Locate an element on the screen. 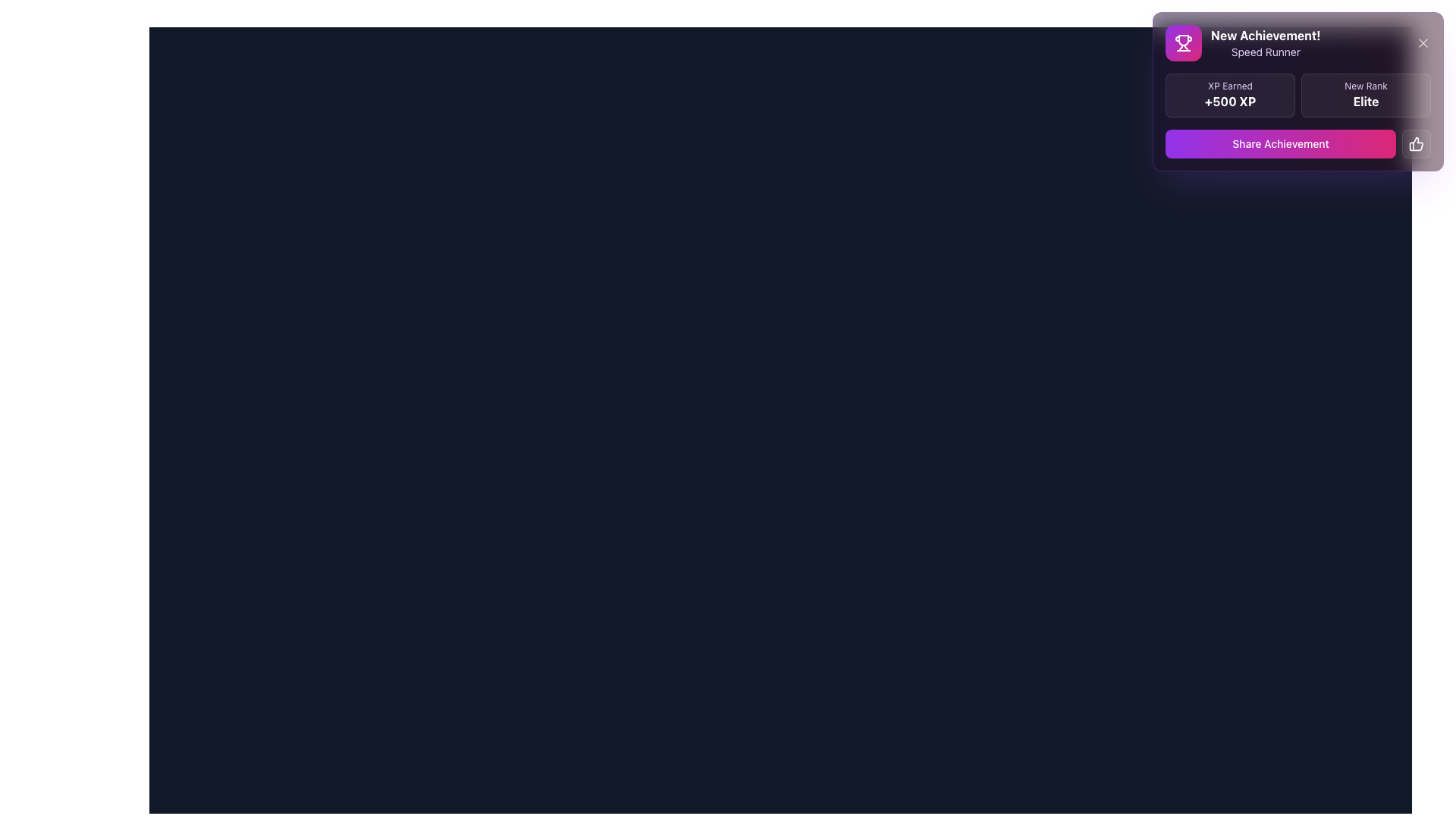  the details contained in the Notification Dialog located at the top-right corner of the interface is located at coordinates (1298, 91).